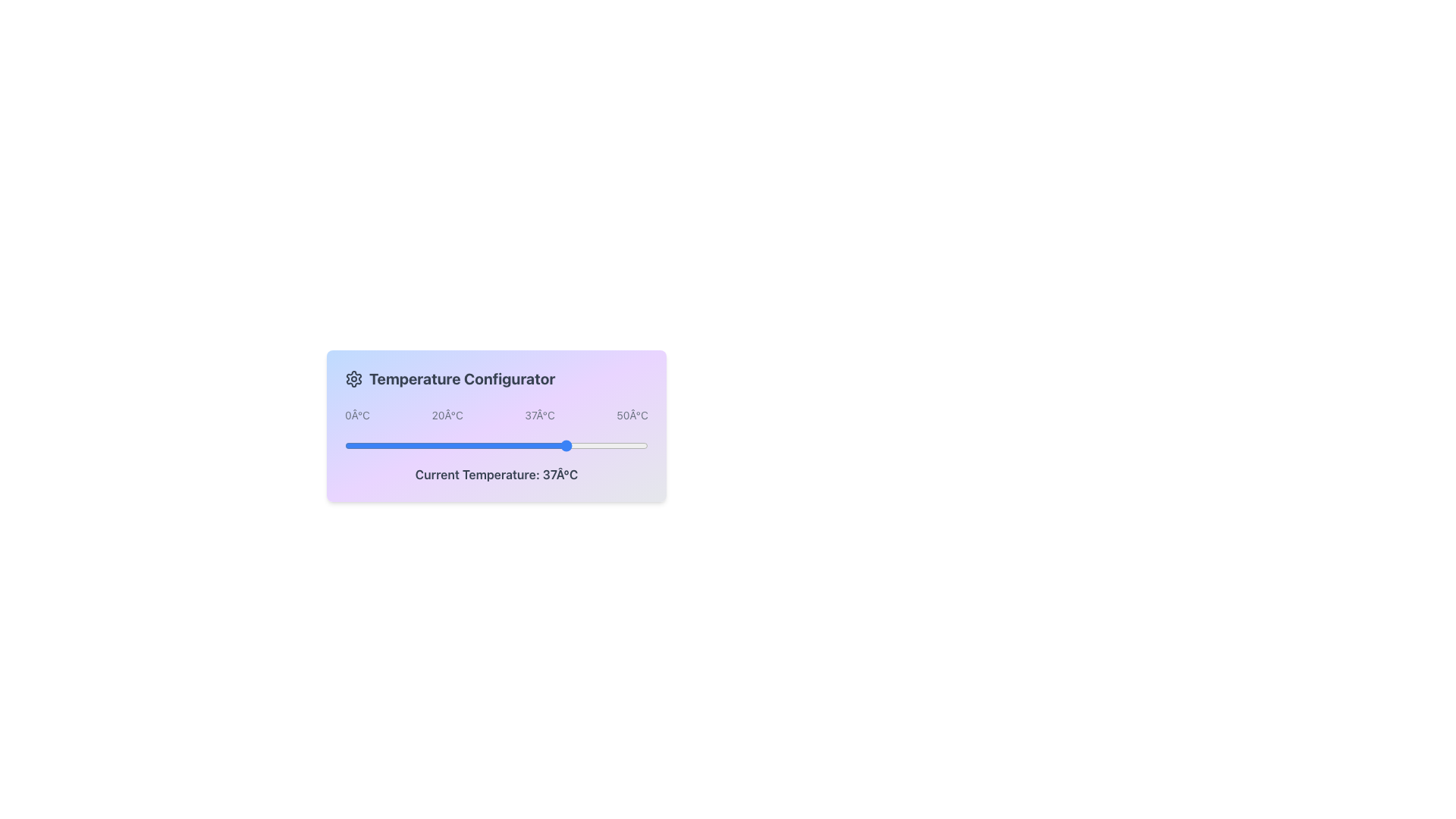  I want to click on the temperature, so click(423, 444).